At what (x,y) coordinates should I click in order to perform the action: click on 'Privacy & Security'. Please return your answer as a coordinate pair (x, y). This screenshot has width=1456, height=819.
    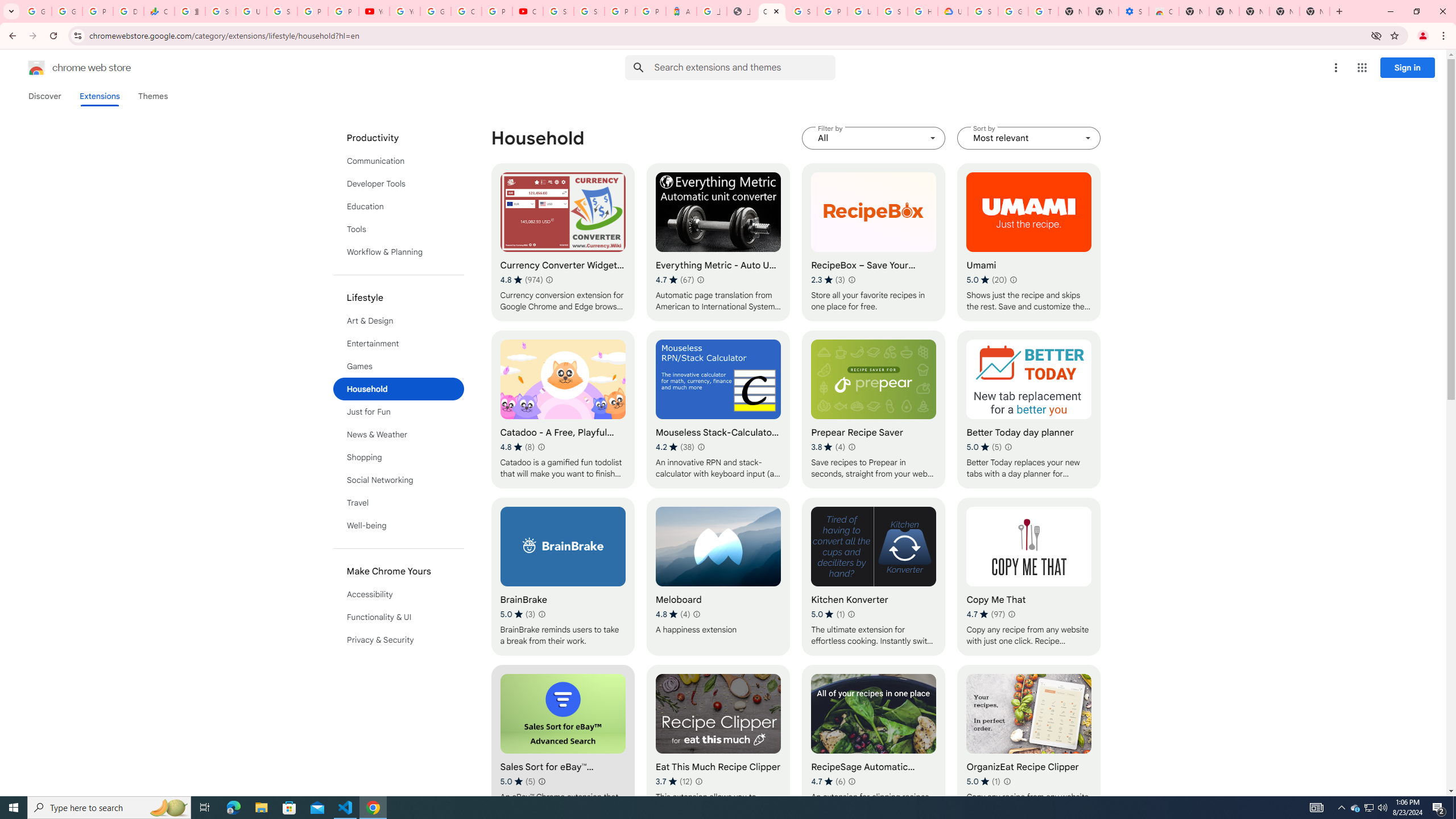
    Looking at the image, I should click on (399, 639).